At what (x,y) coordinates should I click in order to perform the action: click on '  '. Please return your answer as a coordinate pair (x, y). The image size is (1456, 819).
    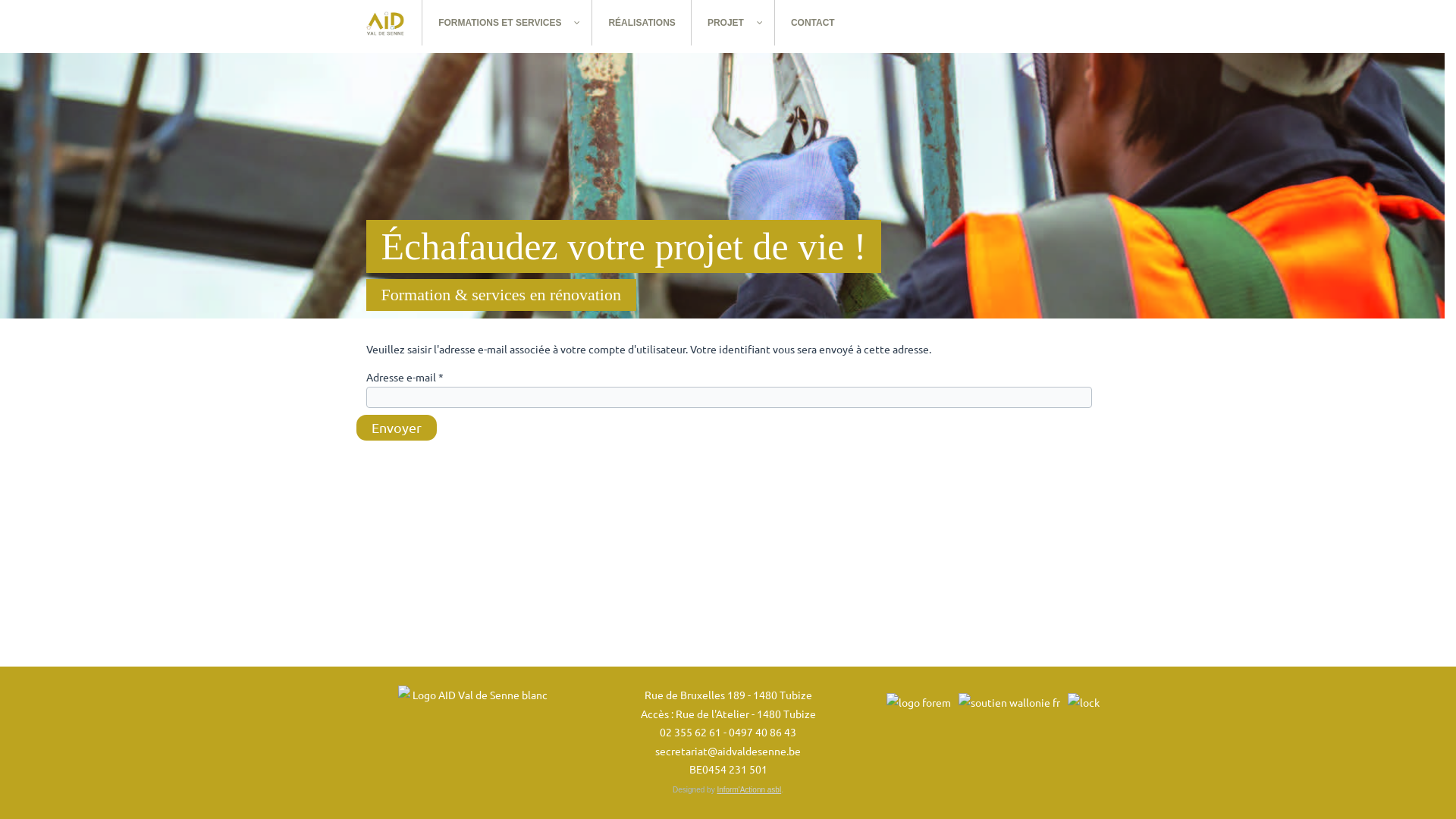
    Looking at the image, I should click on (348, 23).